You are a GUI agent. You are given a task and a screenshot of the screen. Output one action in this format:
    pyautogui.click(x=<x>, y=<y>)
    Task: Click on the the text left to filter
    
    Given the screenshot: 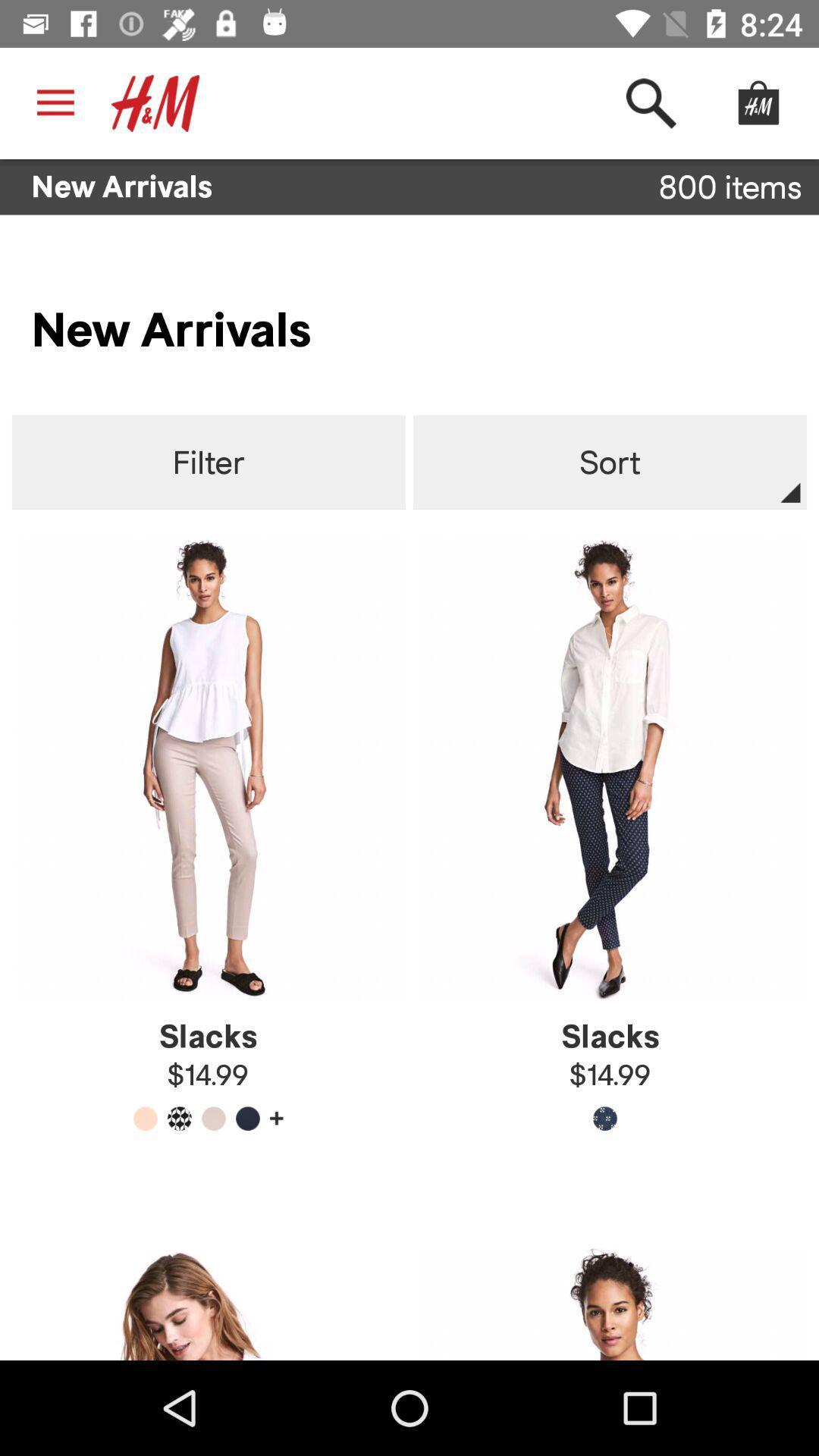 What is the action you would take?
    pyautogui.click(x=209, y=462)
    